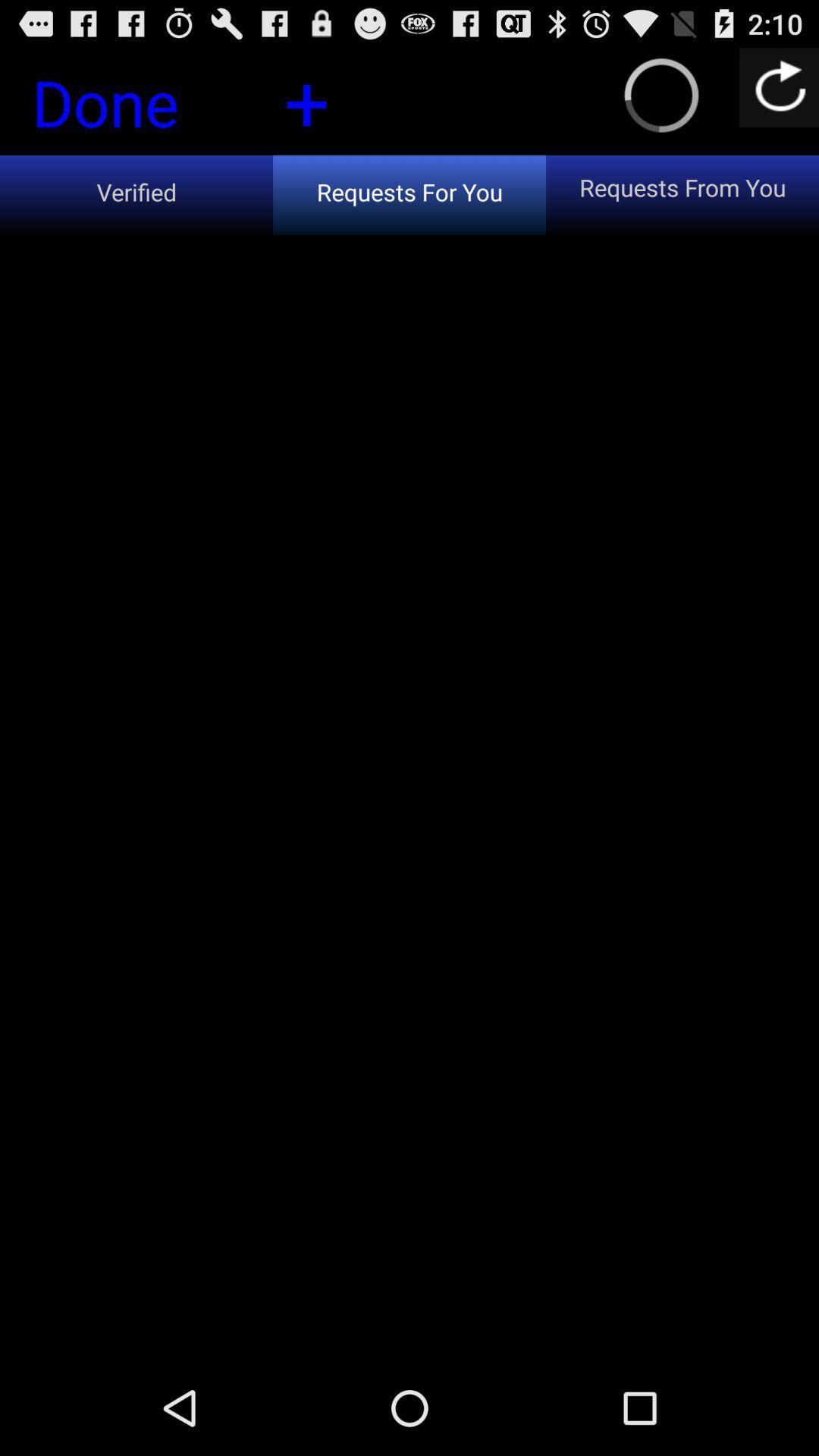 Image resolution: width=819 pixels, height=1456 pixels. Describe the element at coordinates (136, 194) in the screenshot. I see `the verified` at that location.